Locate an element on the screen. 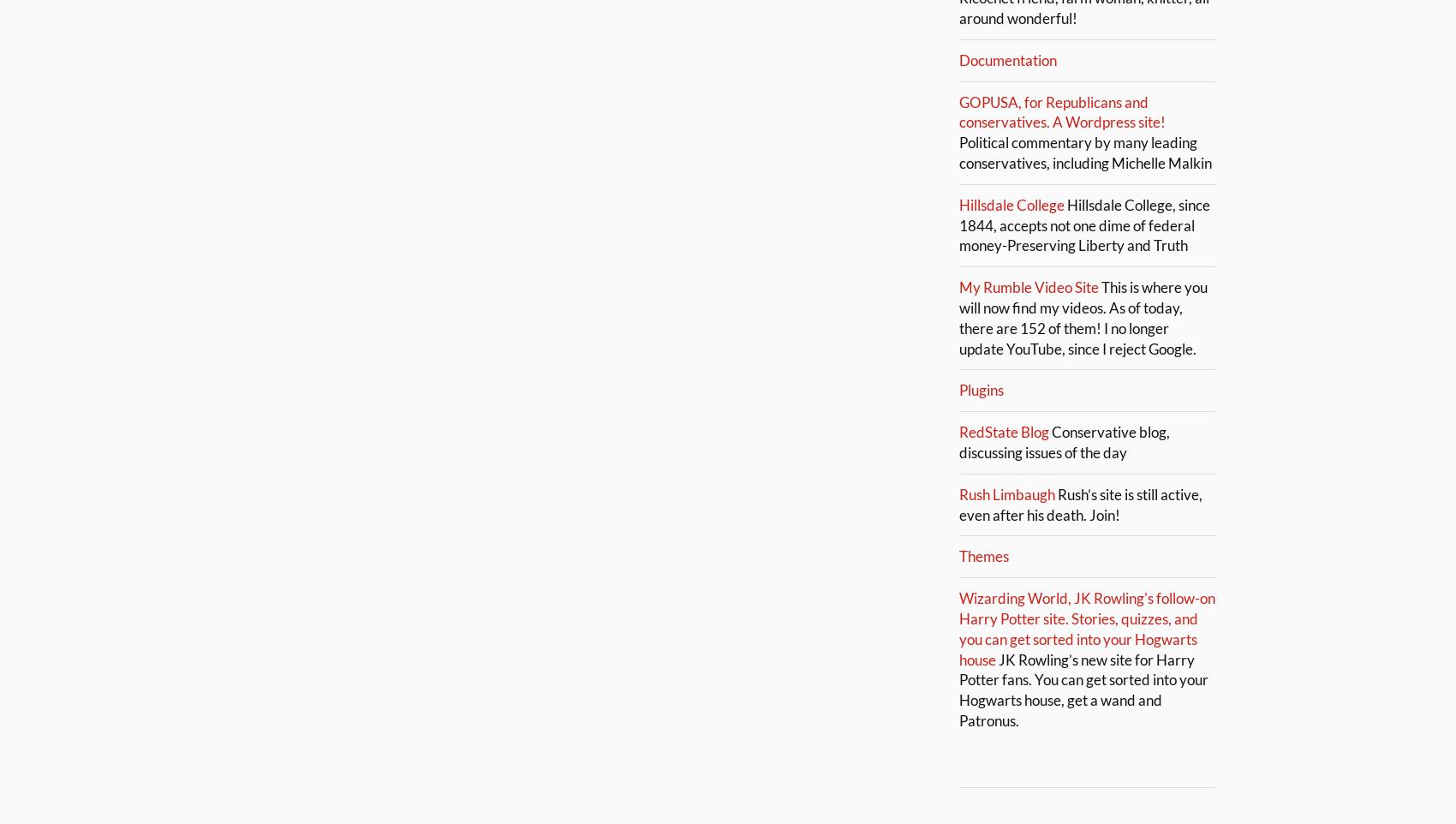  'My Rumble Video Site' is located at coordinates (1028, 286).